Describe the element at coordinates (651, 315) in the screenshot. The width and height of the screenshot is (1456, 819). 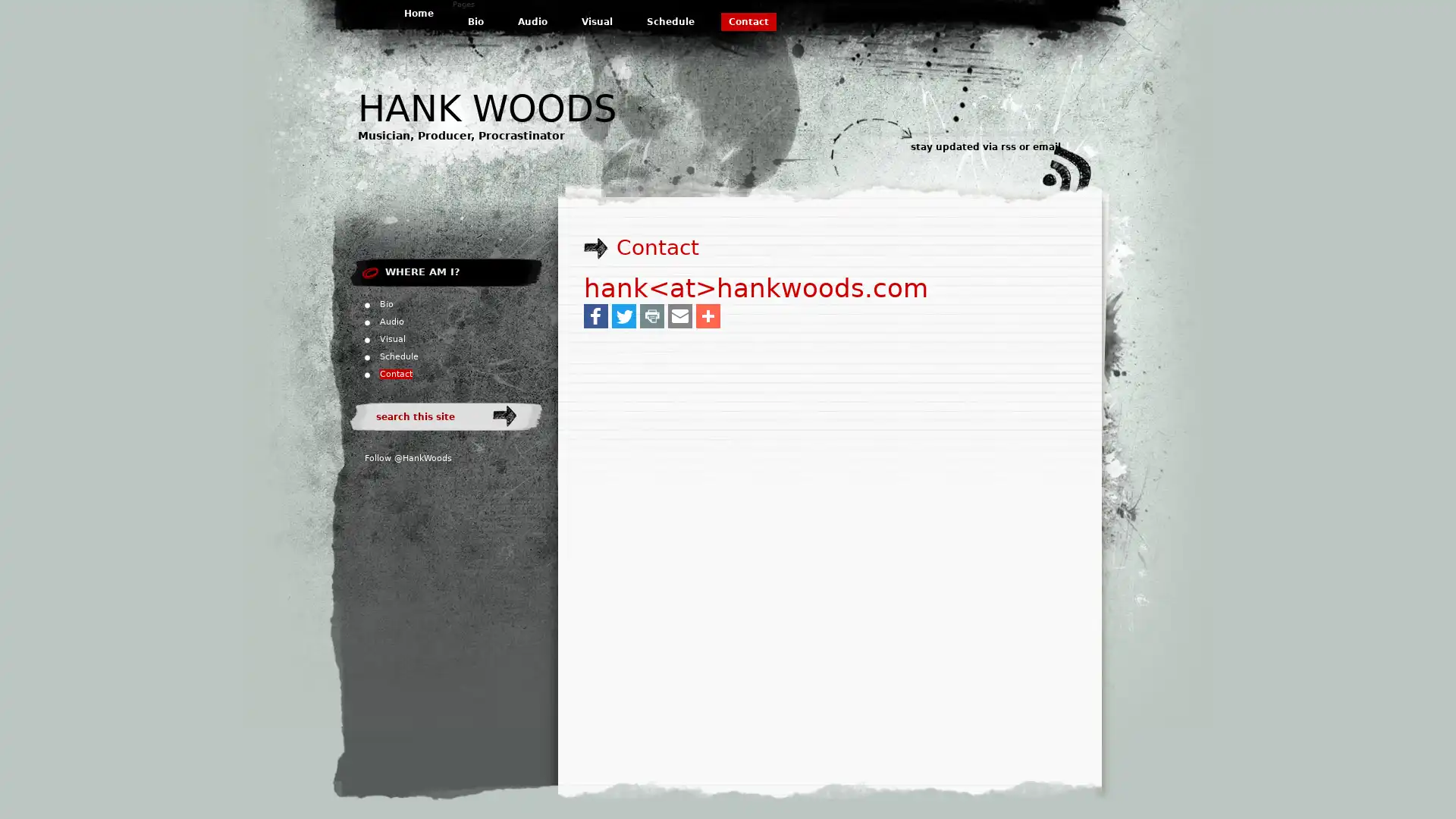
I see `Share to Print` at that location.